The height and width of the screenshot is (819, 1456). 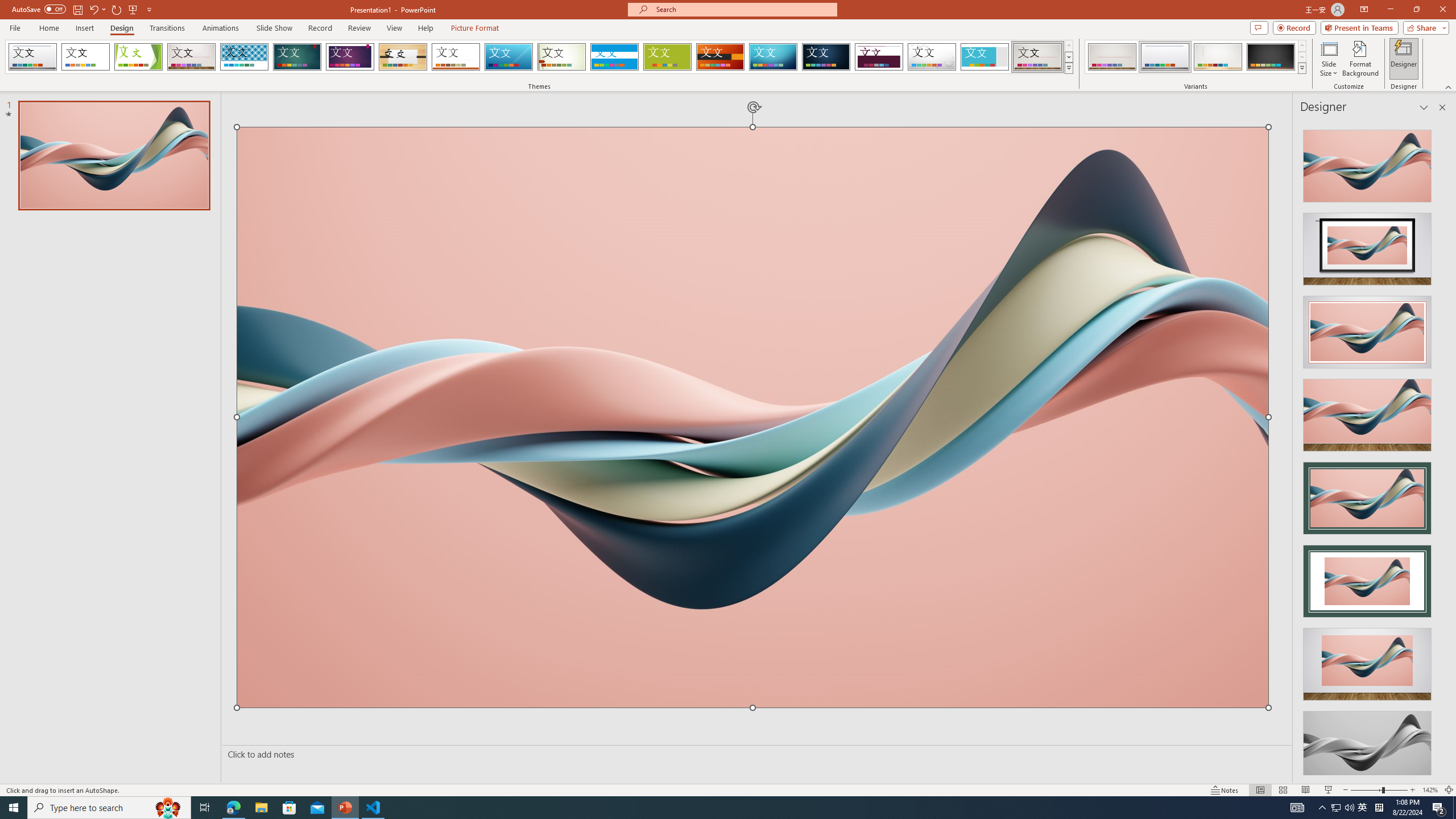 I want to click on 'Frame', so click(x=985, y=56).